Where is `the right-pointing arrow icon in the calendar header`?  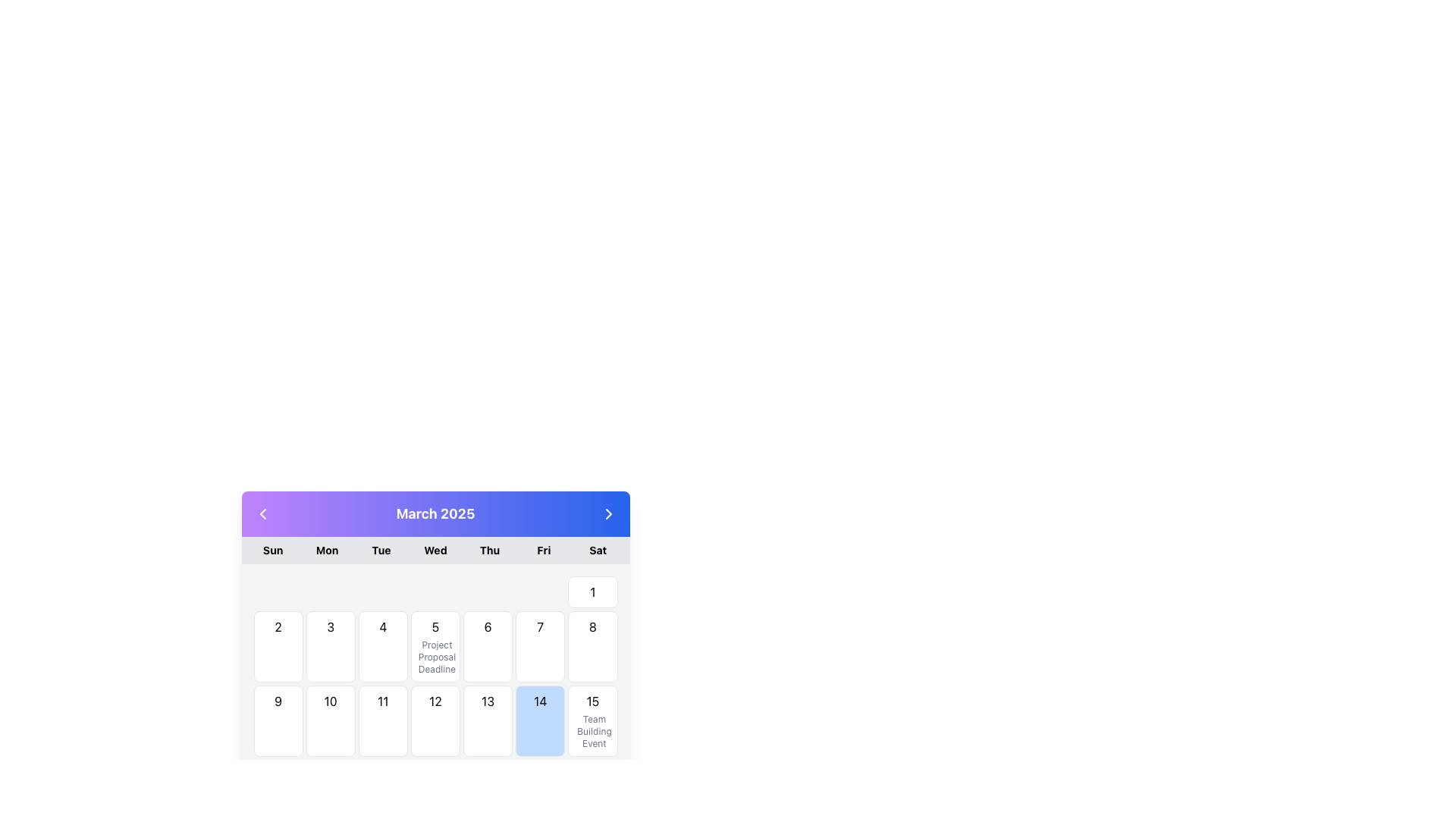
the right-pointing arrow icon in the calendar header is located at coordinates (608, 513).